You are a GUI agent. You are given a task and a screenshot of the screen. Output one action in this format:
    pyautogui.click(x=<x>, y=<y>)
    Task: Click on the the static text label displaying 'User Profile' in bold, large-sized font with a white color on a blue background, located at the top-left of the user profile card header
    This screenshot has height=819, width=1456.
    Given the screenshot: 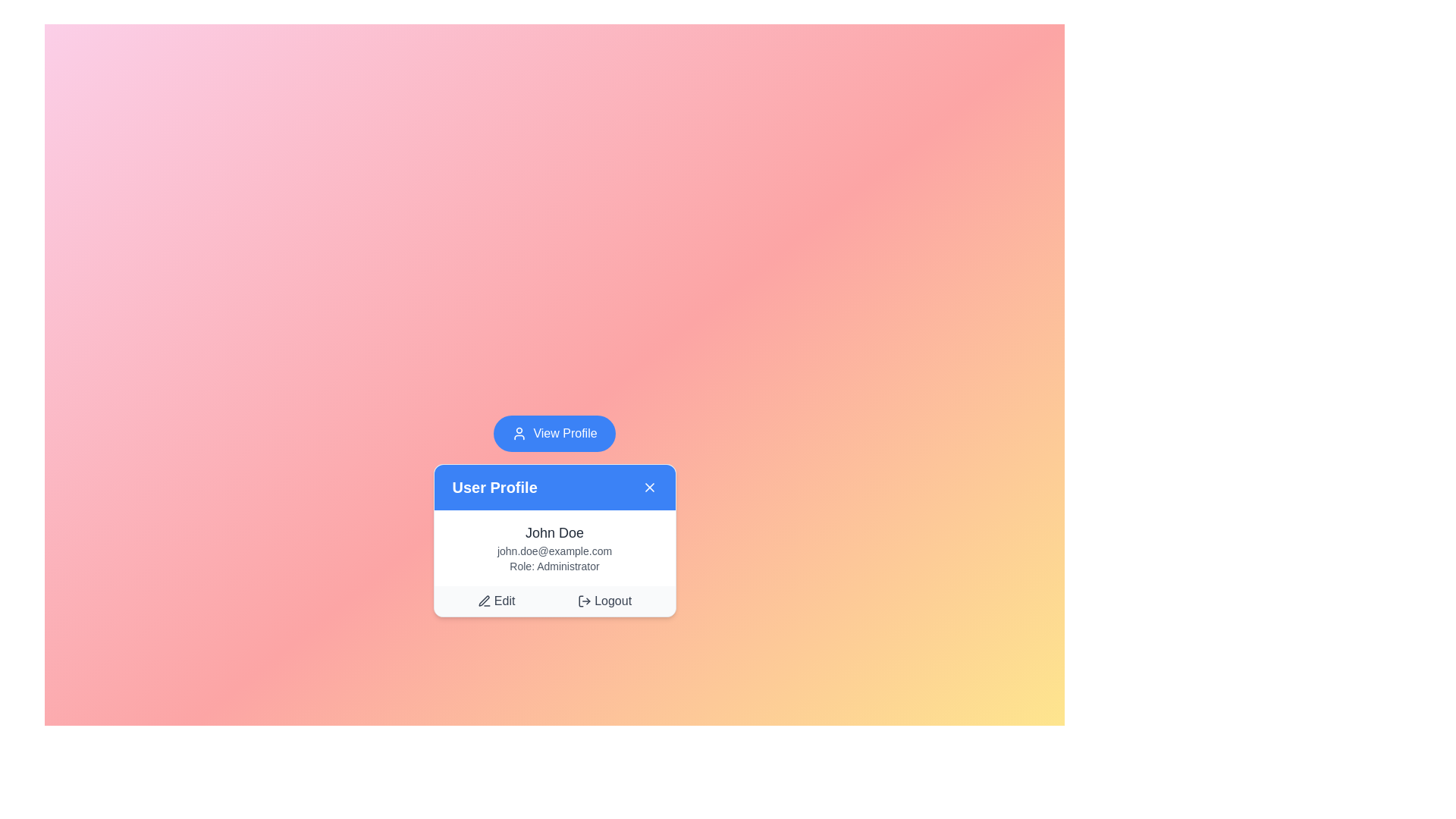 What is the action you would take?
    pyautogui.click(x=494, y=488)
    